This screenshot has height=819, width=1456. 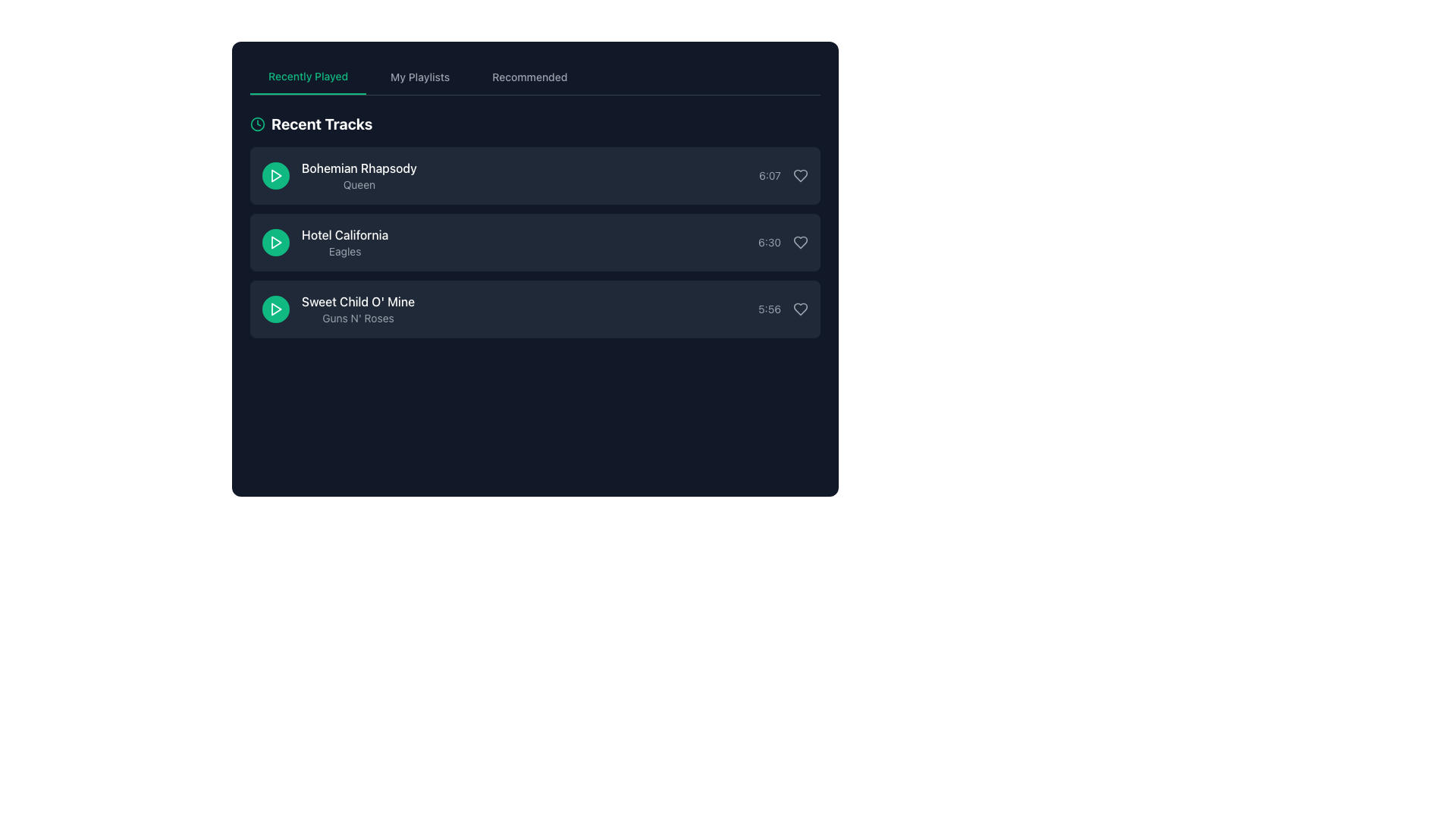 I want to click on the 'Bohemian Rhapsody' text in bold white font, so click(x=338, y=174).